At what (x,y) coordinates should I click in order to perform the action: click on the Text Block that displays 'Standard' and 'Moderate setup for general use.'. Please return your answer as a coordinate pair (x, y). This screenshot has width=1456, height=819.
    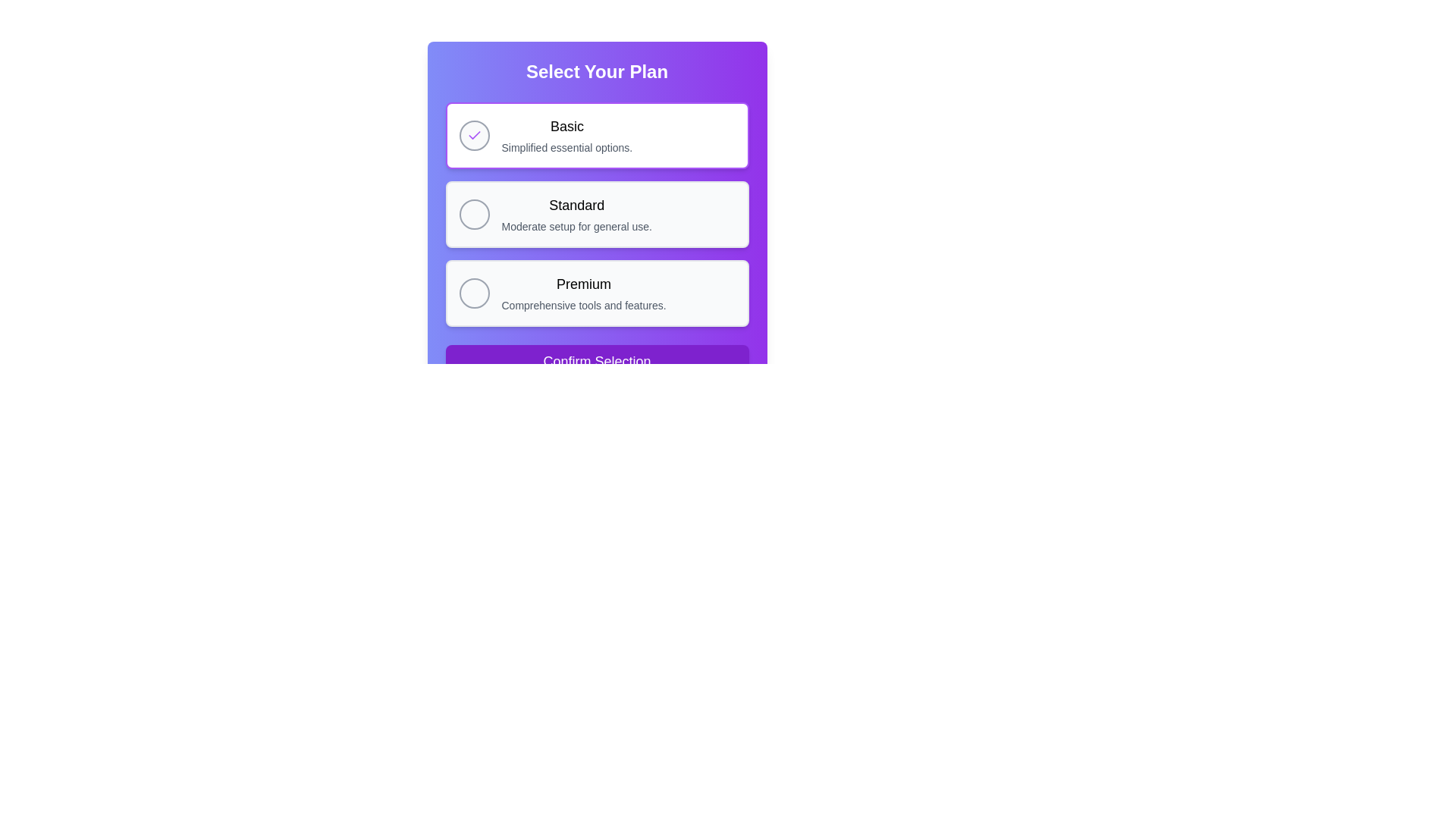
    Looking at the image, I should click on (576, 214).